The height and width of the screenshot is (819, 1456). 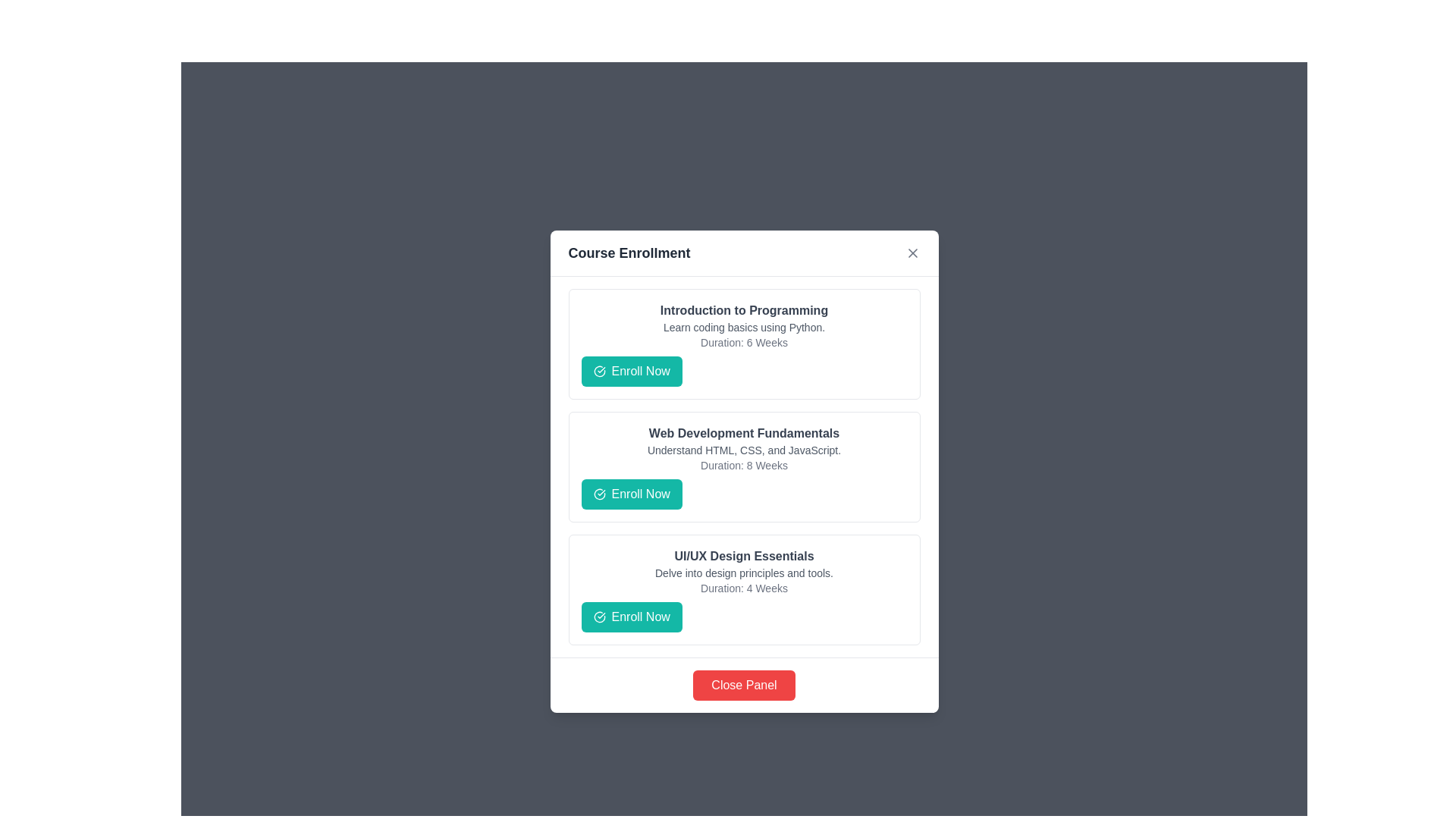 What do you see at coordinates (744, 589) in the screenshot?
I see `course details from the 'UI/UX Design Essentials' card located in the third position of the vertical stack within the modal dialog` at bounding box center [744, 589].